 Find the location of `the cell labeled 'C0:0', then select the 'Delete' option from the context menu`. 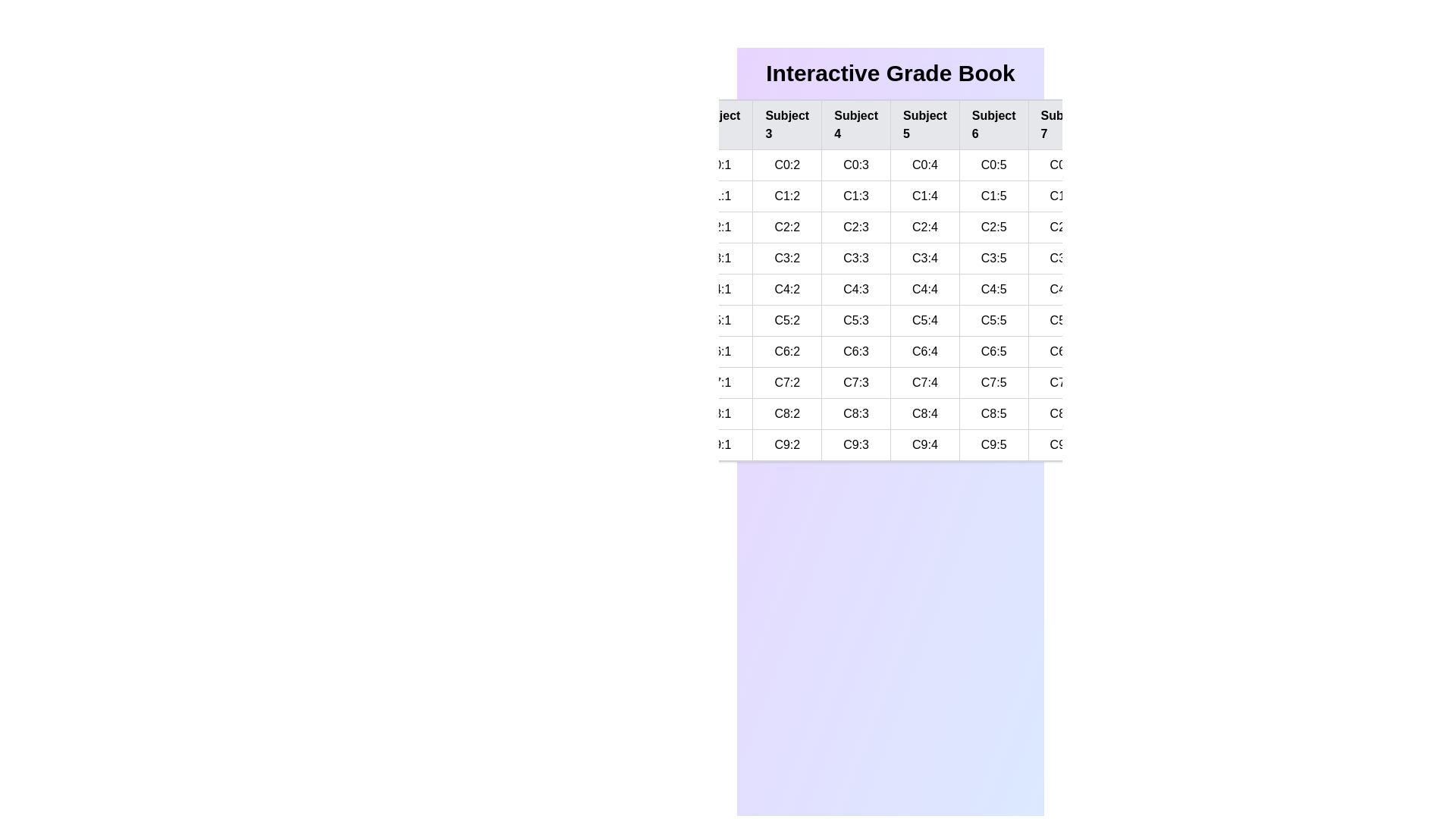

the cell labeled 'C0:0', then select the 'Delete' option from the context menu is located at coordinates (648, 165).